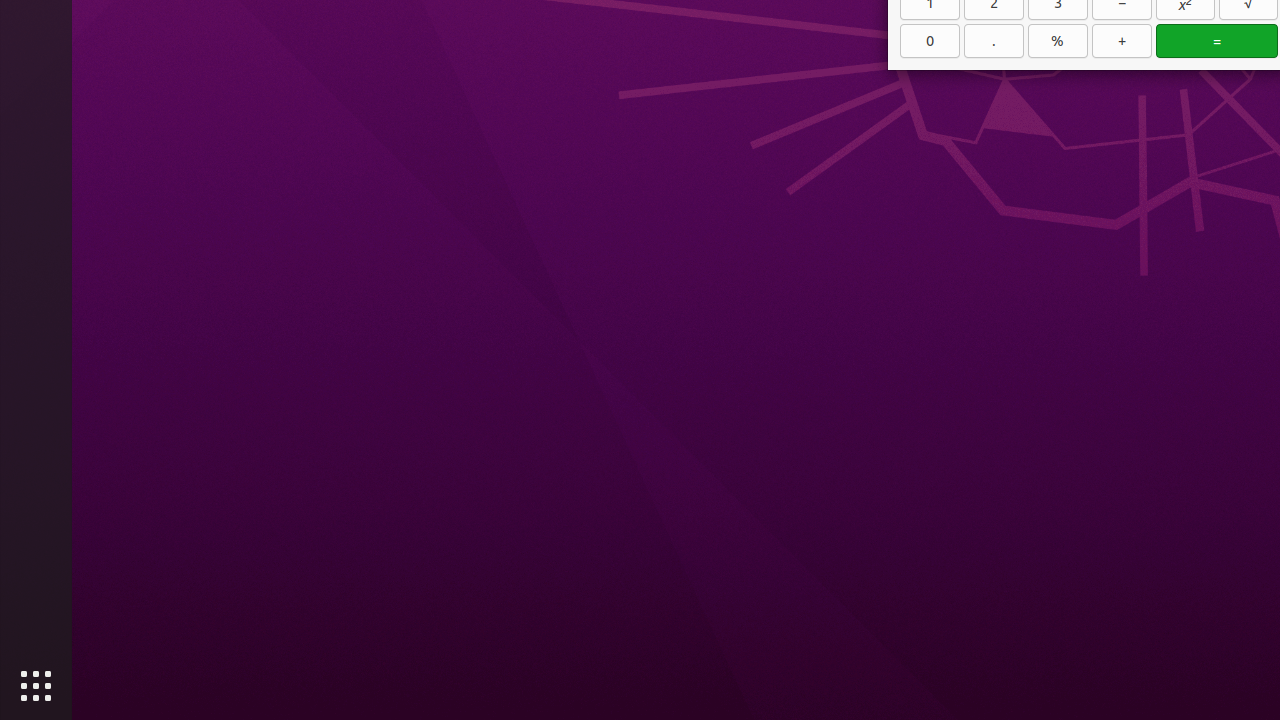  Describe the element at coordinates (994, 40) in the screenshot. I see `'.'` at that location.